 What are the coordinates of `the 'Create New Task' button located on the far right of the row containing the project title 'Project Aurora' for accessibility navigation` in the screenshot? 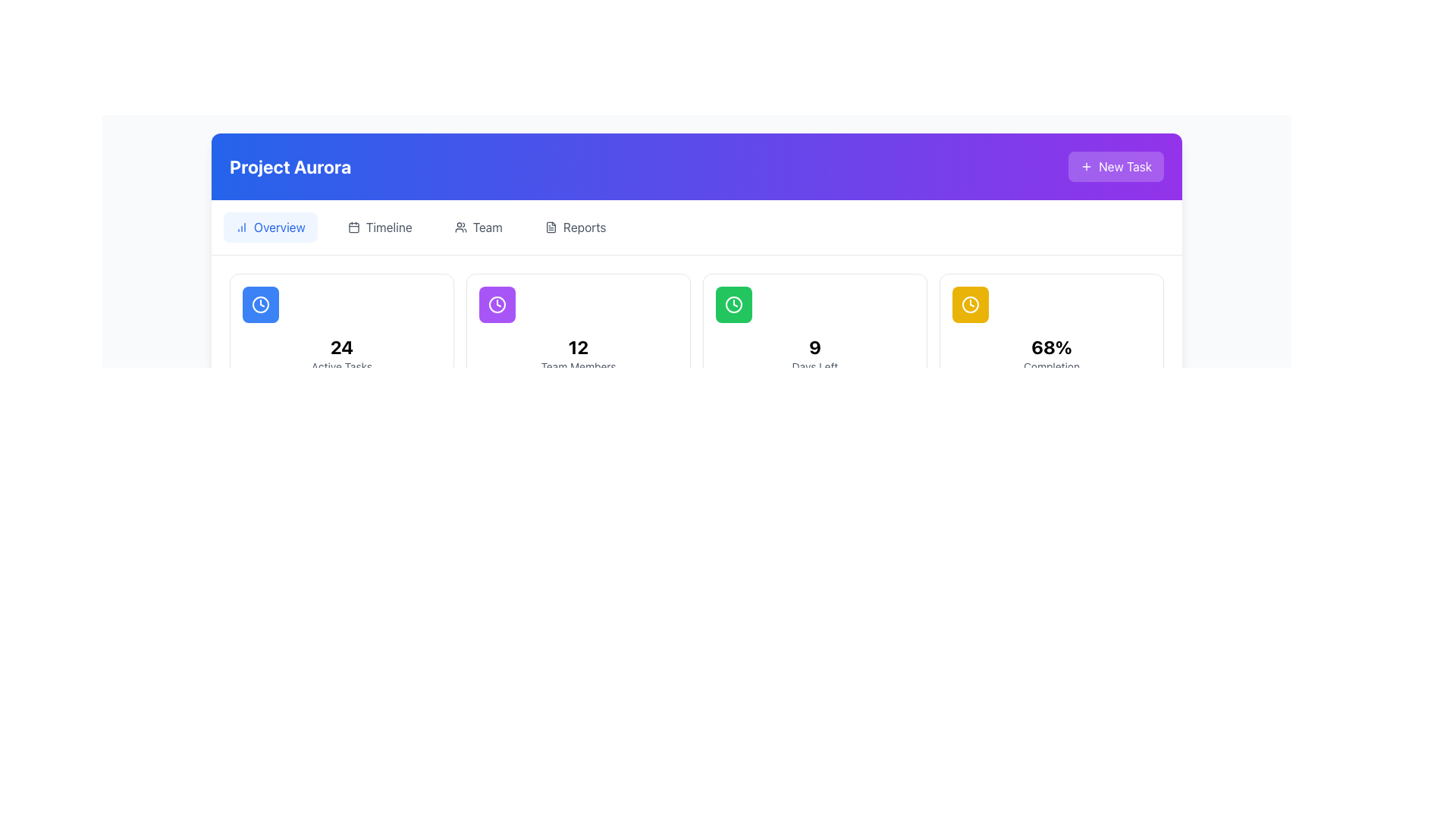 It's located at (1116, 166).